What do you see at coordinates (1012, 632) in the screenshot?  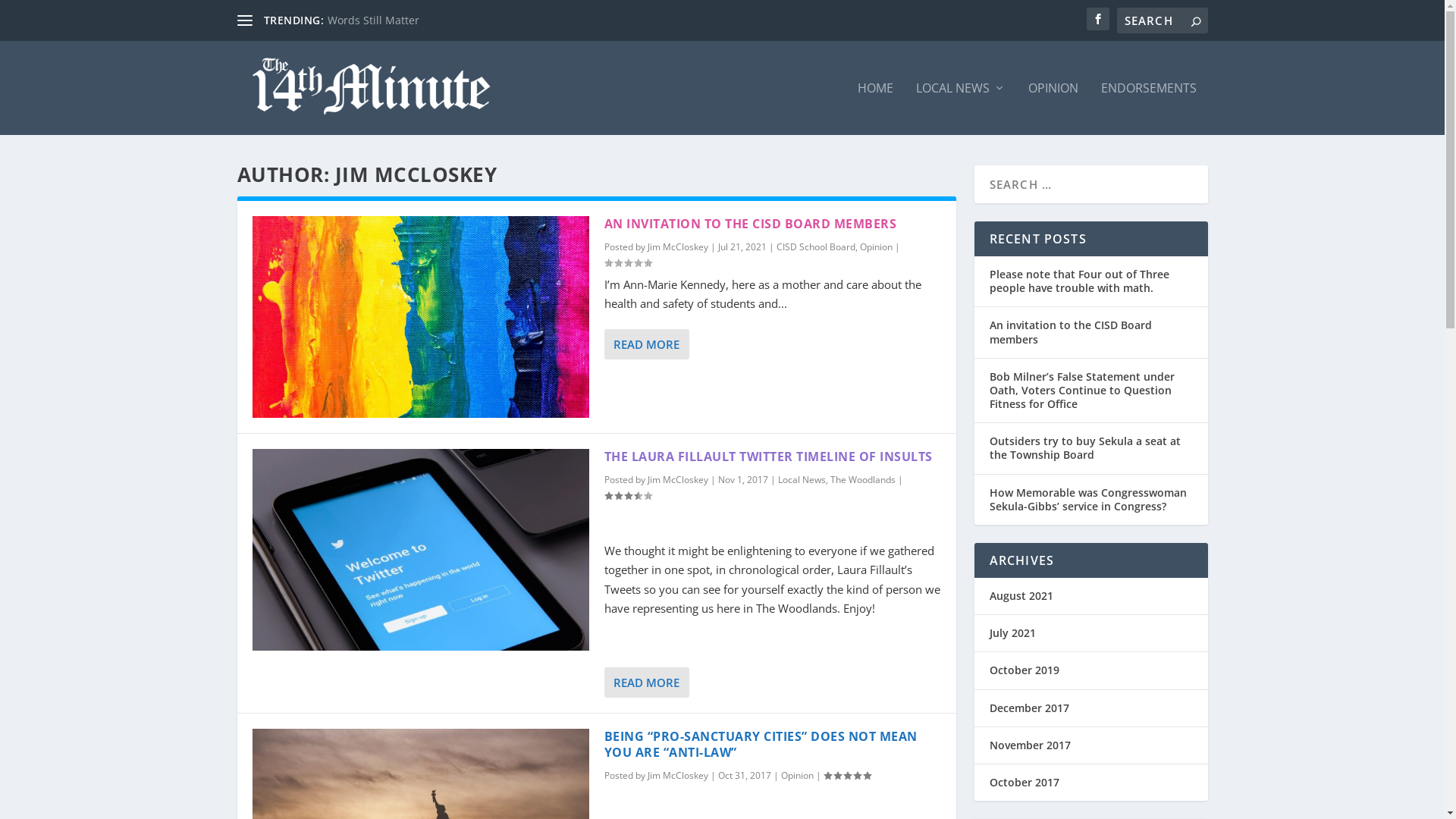 I see `'July 2021'` at bounding box center [1012, 632].